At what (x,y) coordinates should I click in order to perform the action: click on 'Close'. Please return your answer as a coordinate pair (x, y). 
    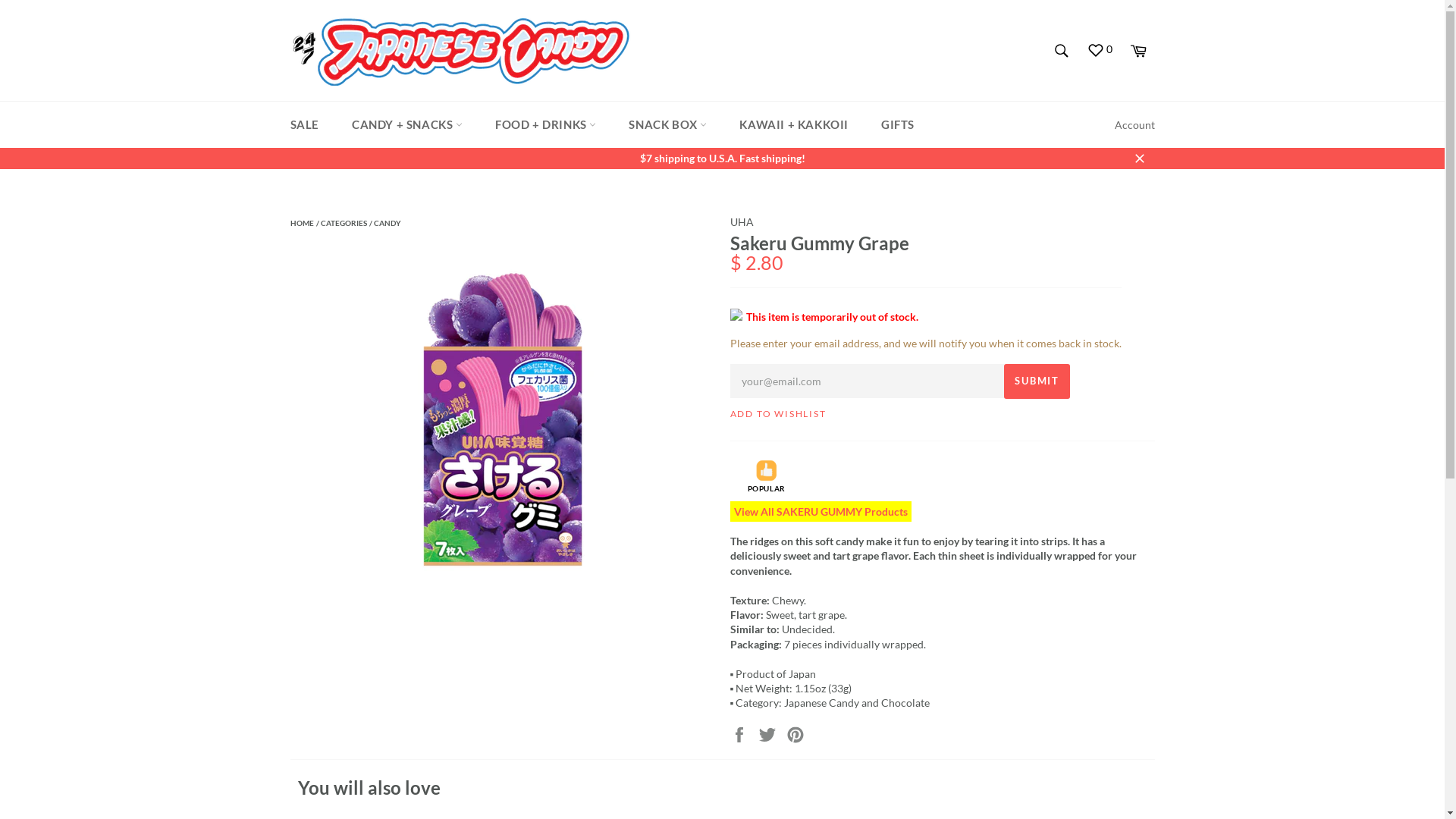
    Looking at the image, I should click on (1139, 158).